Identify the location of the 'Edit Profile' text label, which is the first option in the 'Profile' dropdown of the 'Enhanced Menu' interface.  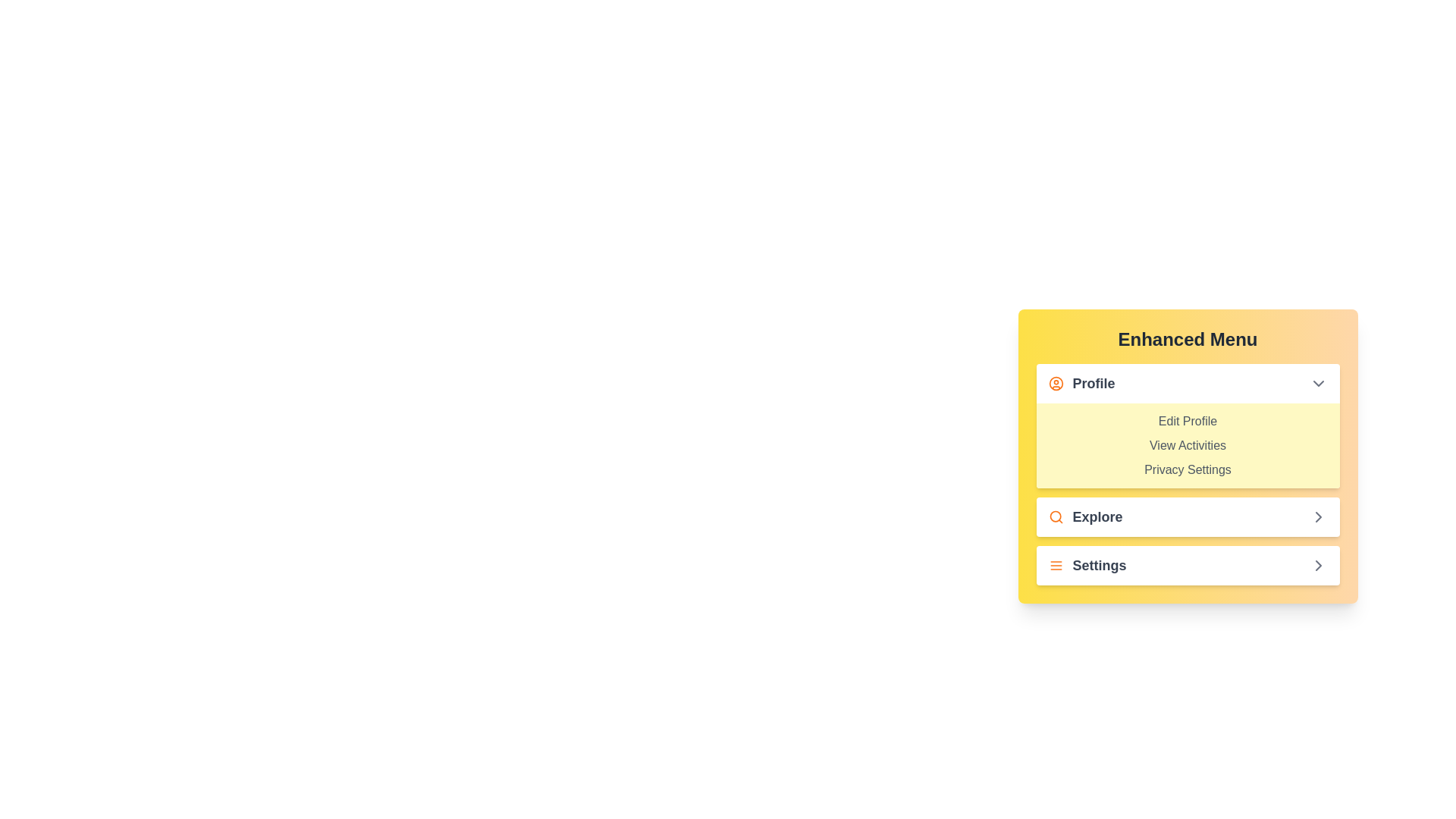
(1187, 421).